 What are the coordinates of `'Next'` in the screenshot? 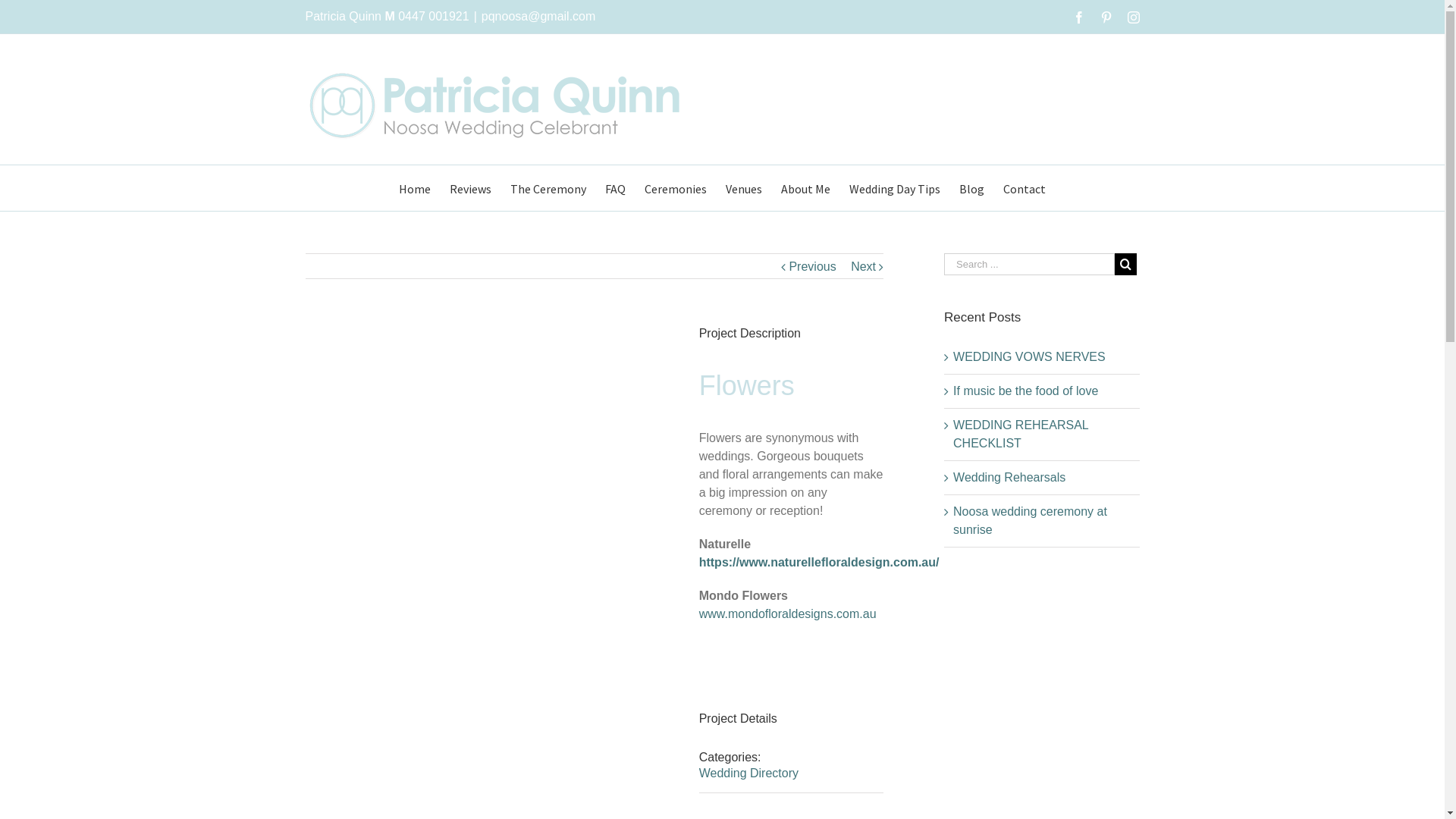 It's located at (863, 265).